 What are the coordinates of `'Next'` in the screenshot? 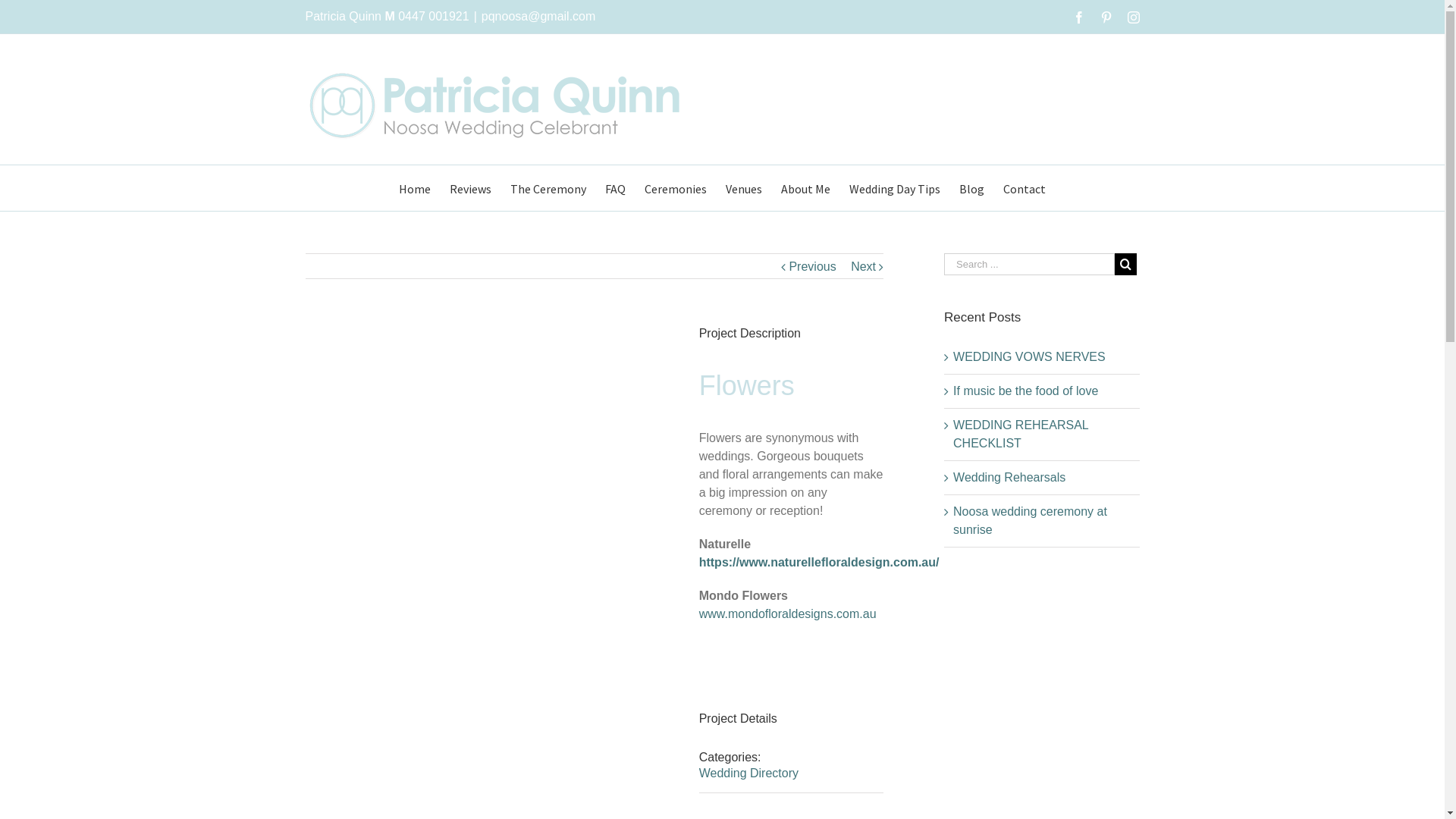 It's located at (863, 265).